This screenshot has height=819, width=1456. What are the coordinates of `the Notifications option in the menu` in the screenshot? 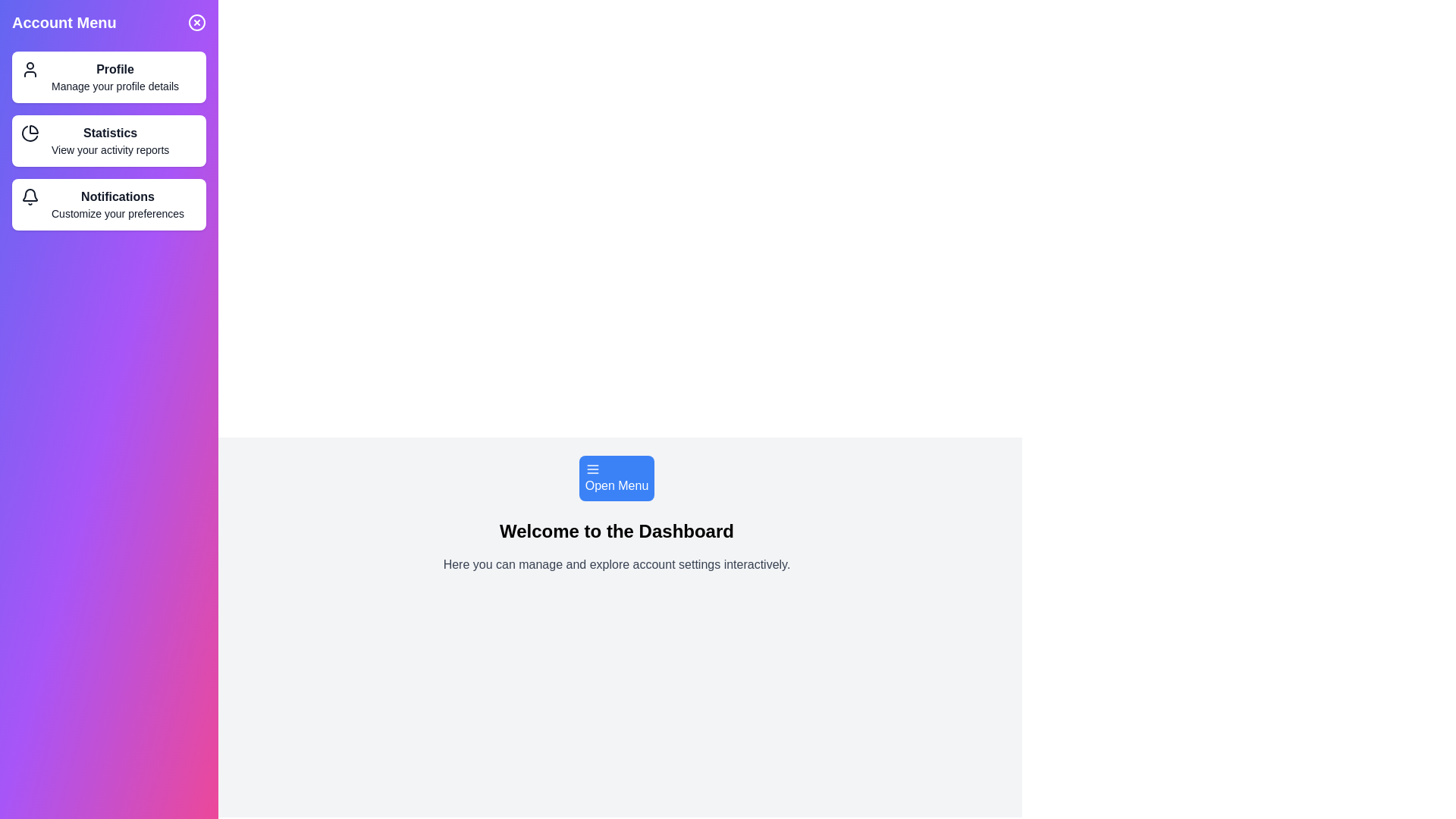 It's located at (108, 205).